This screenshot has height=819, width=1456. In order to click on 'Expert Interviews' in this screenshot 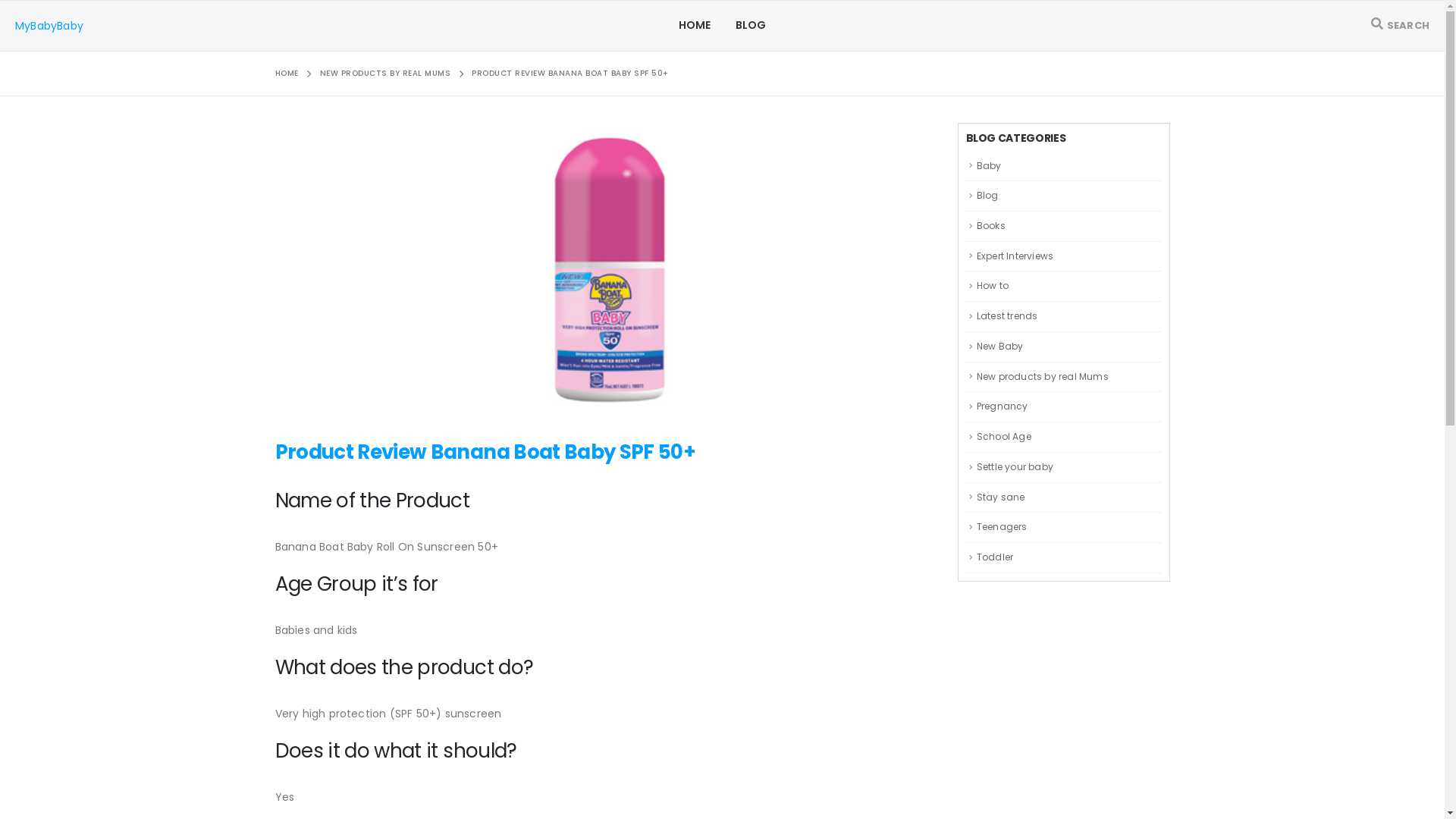, I will do `click(1015, 255)`.